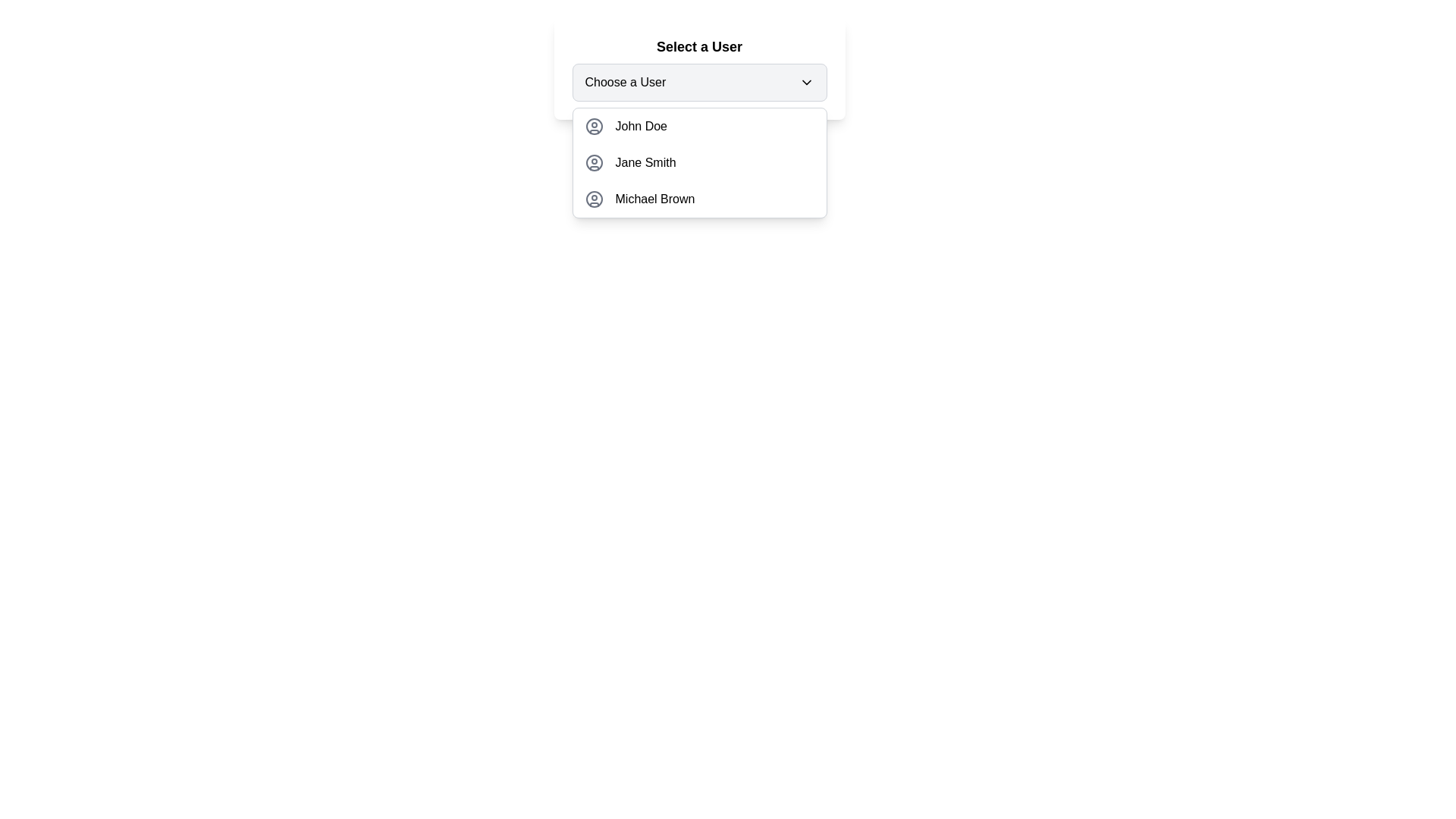  What do you see at coordinates (593, 163) in the screenshot?
I see `the outer border of the user avatar icon for 'Jane Smith' in the 'Select a User' dropdown list` at bounding box center [593, 163].